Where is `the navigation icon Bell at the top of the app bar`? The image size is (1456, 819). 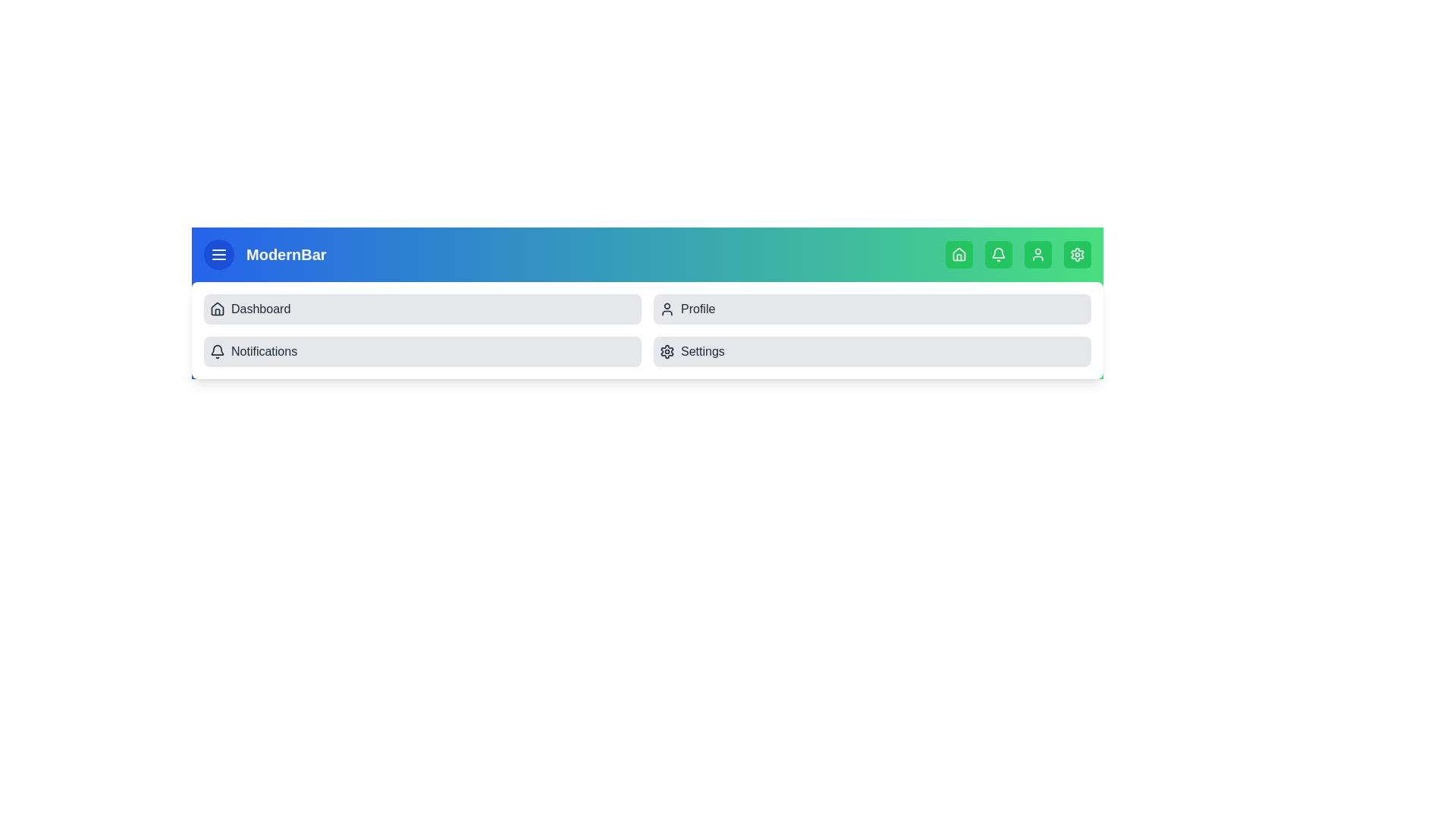
the navigation icon Bell at the top of the app bar is located at coordinates (998, 253).